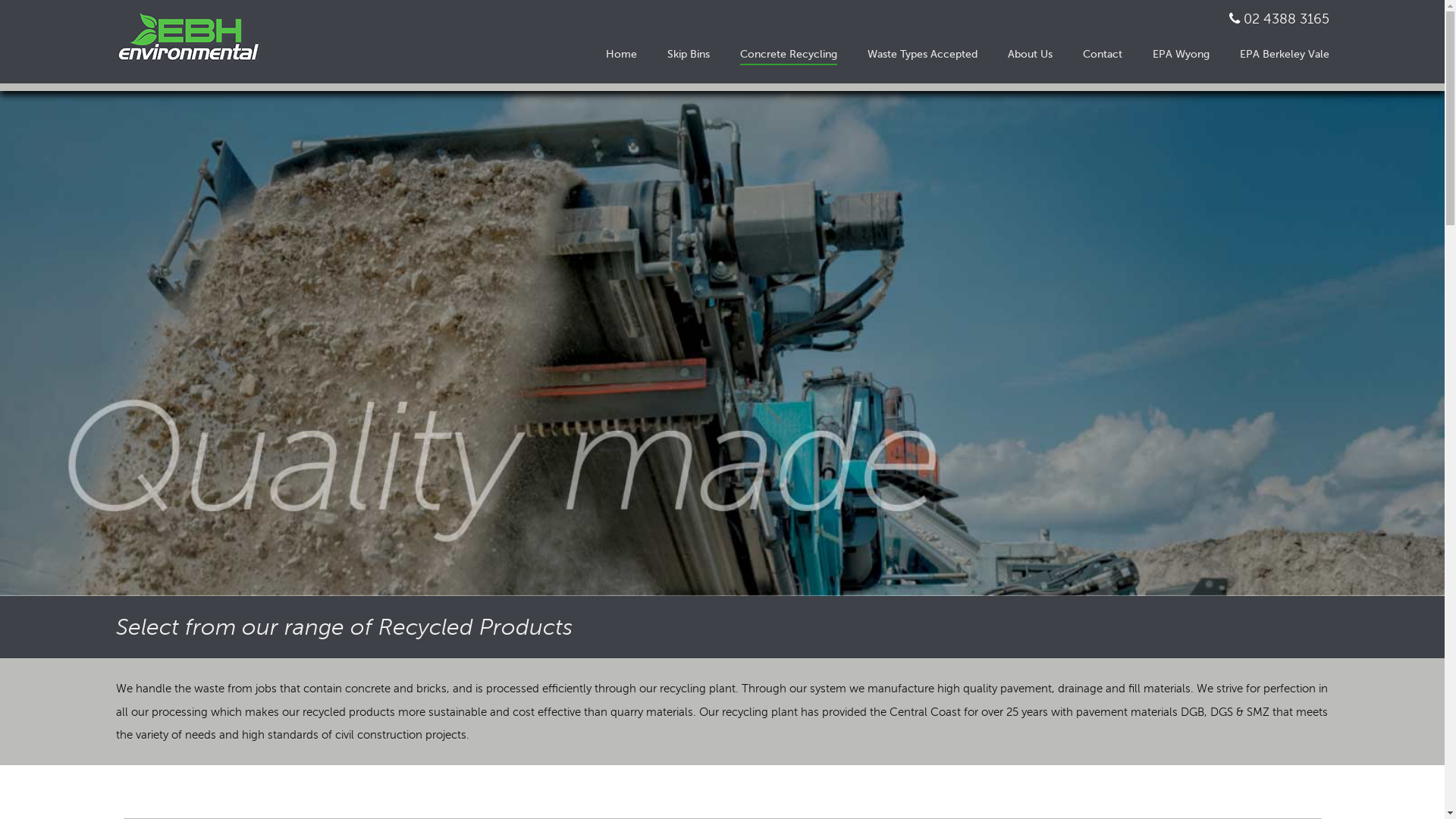 This screenshot has width=1456, height=819. Describe the element at coordinates (1283, 53) in the screenshot. I see `'EPA Berkeley Vale'` at that location.